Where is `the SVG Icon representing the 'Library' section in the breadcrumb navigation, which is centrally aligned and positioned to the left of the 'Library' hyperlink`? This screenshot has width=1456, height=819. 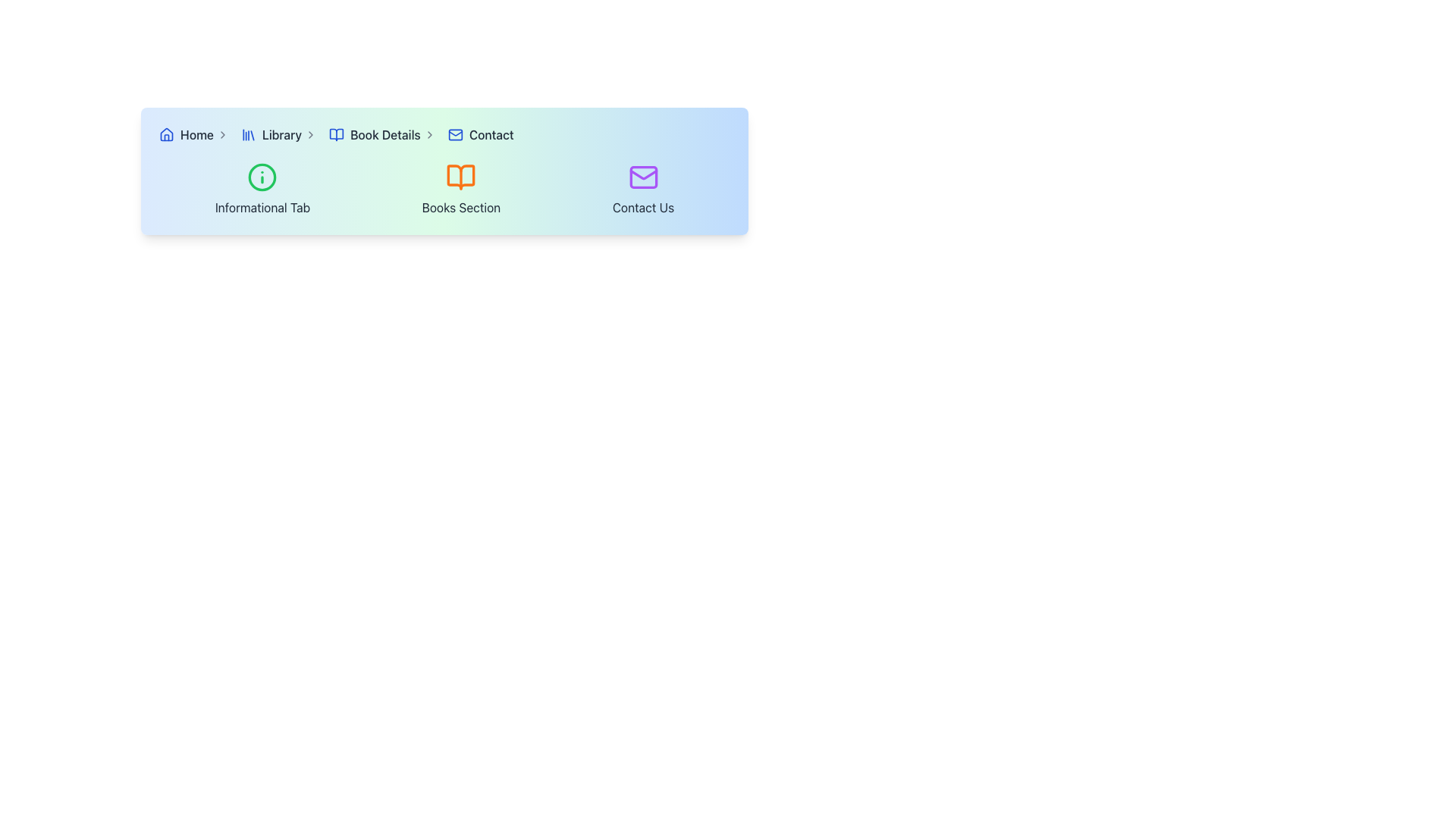
the SVG Icon representing the 'Library' section in the breadcrumb navigation, which is centrally aligned and positioned to the left of the 'Library' hyperlink is located at coordinates (248, 133).